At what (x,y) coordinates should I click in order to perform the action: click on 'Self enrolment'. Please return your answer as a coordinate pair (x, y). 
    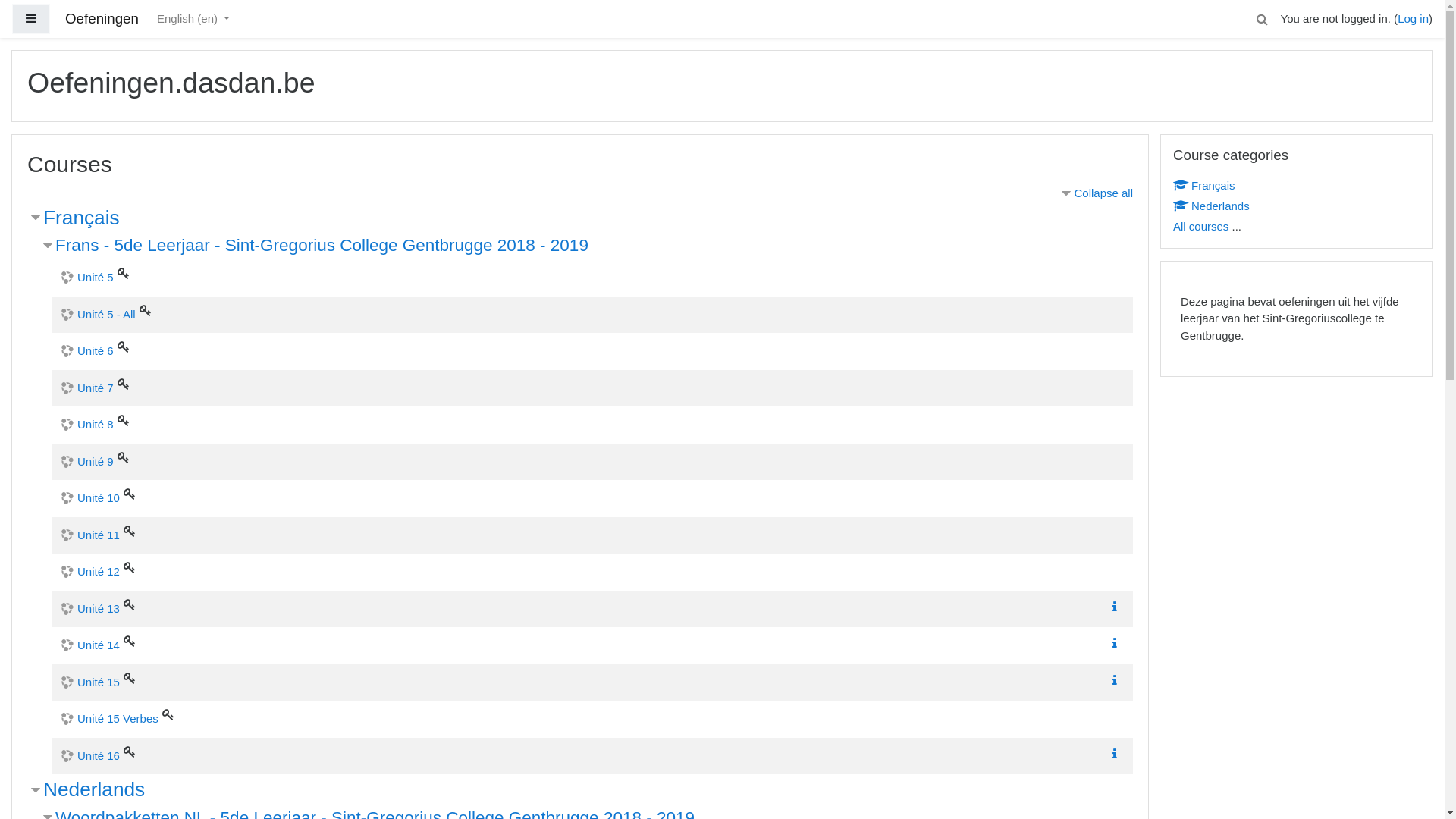
    Looking at the image, I should click on (124, 382).